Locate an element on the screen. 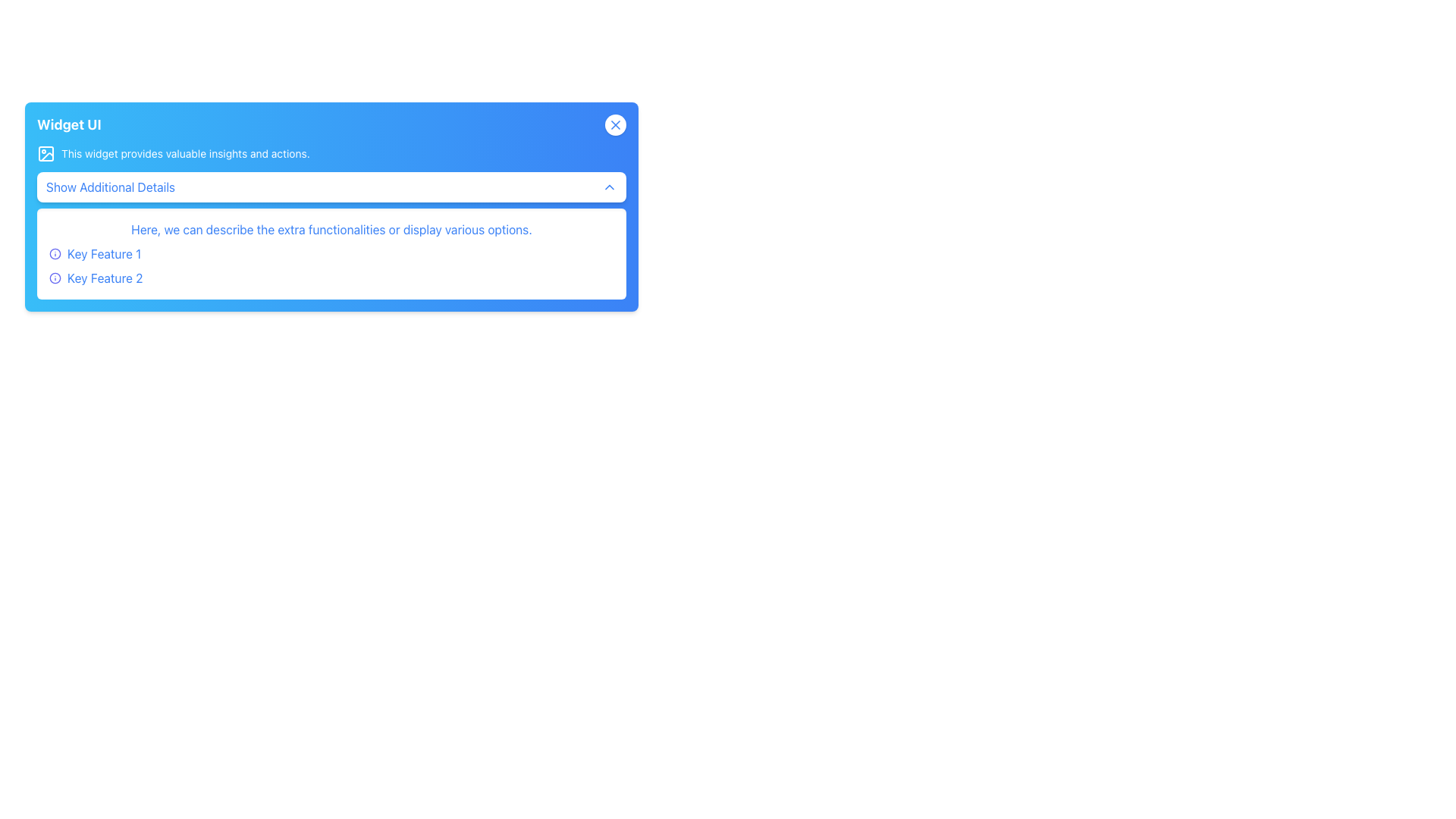 Image resolution: width=1456 pixels, height=819 pixels. the circular information icon with an encircled 'i' symbol located to the left of the text 'Key Feature 1' is located at coordinates (55, 253).